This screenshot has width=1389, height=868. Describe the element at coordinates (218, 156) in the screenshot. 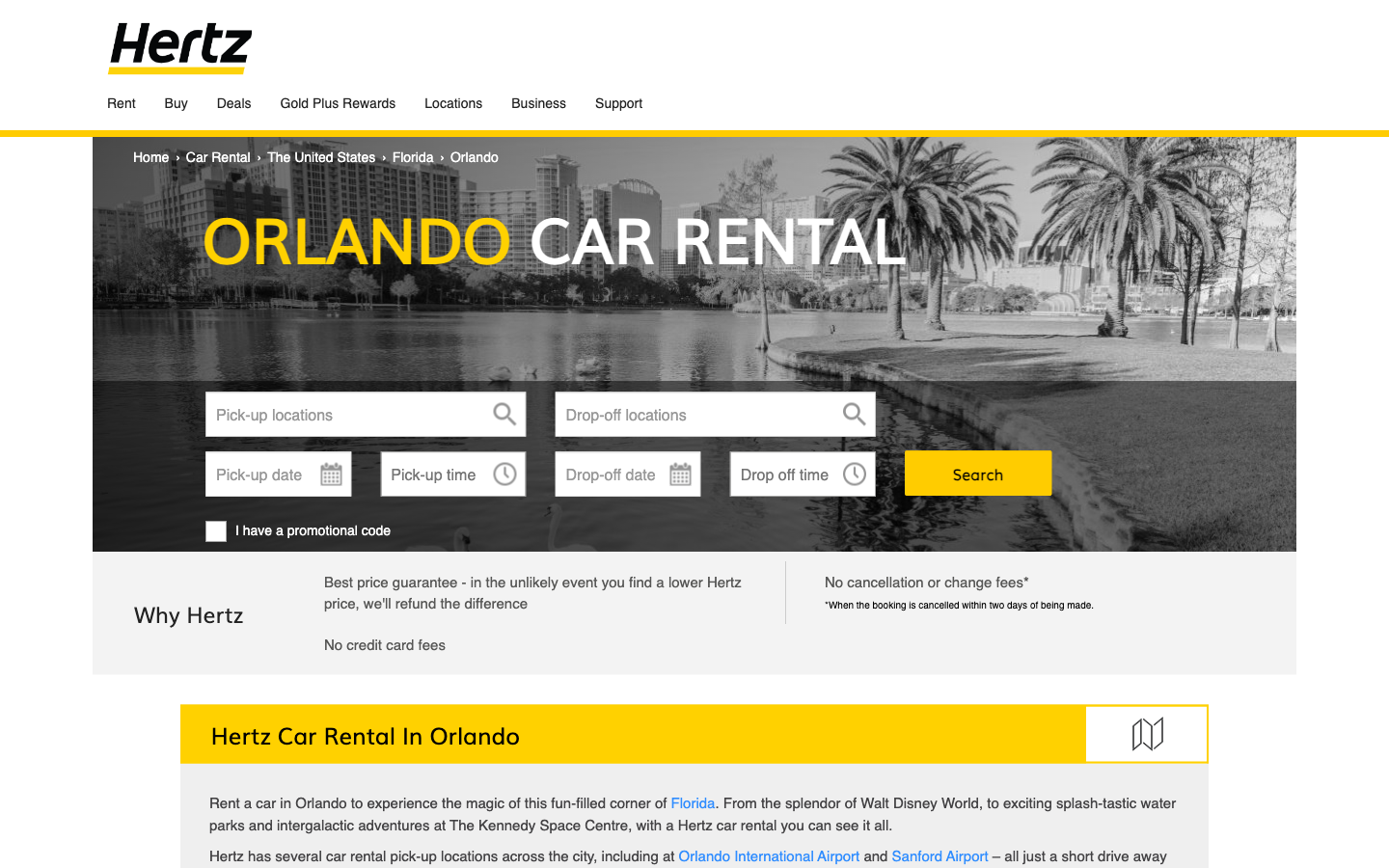

I see `car rental section` at that location.